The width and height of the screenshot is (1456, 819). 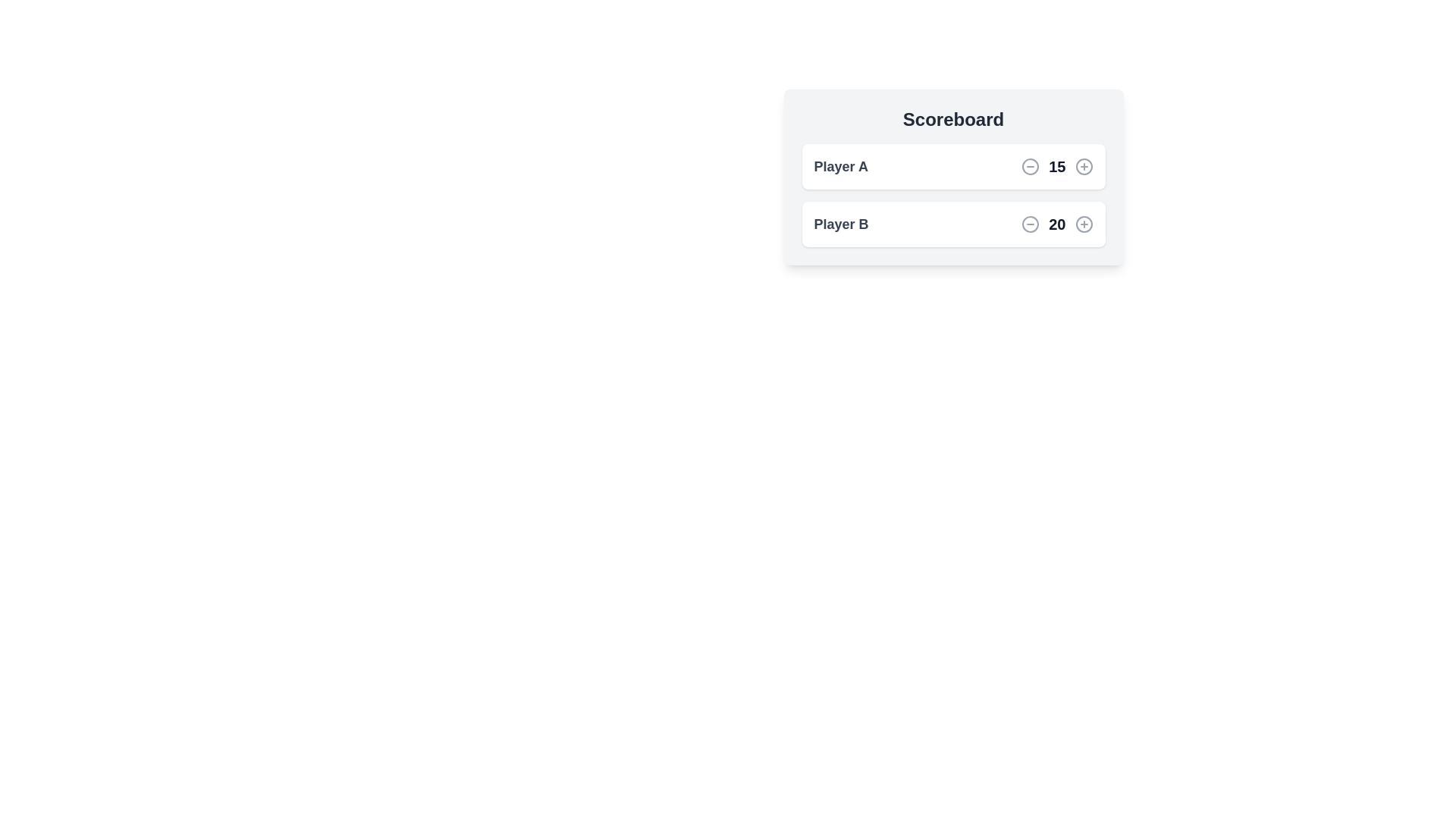 I want to click on text content of the scoreboard title located at the top of the scoreboard section, which is a static text element within a card-like structure, so click(x=952, y=119).